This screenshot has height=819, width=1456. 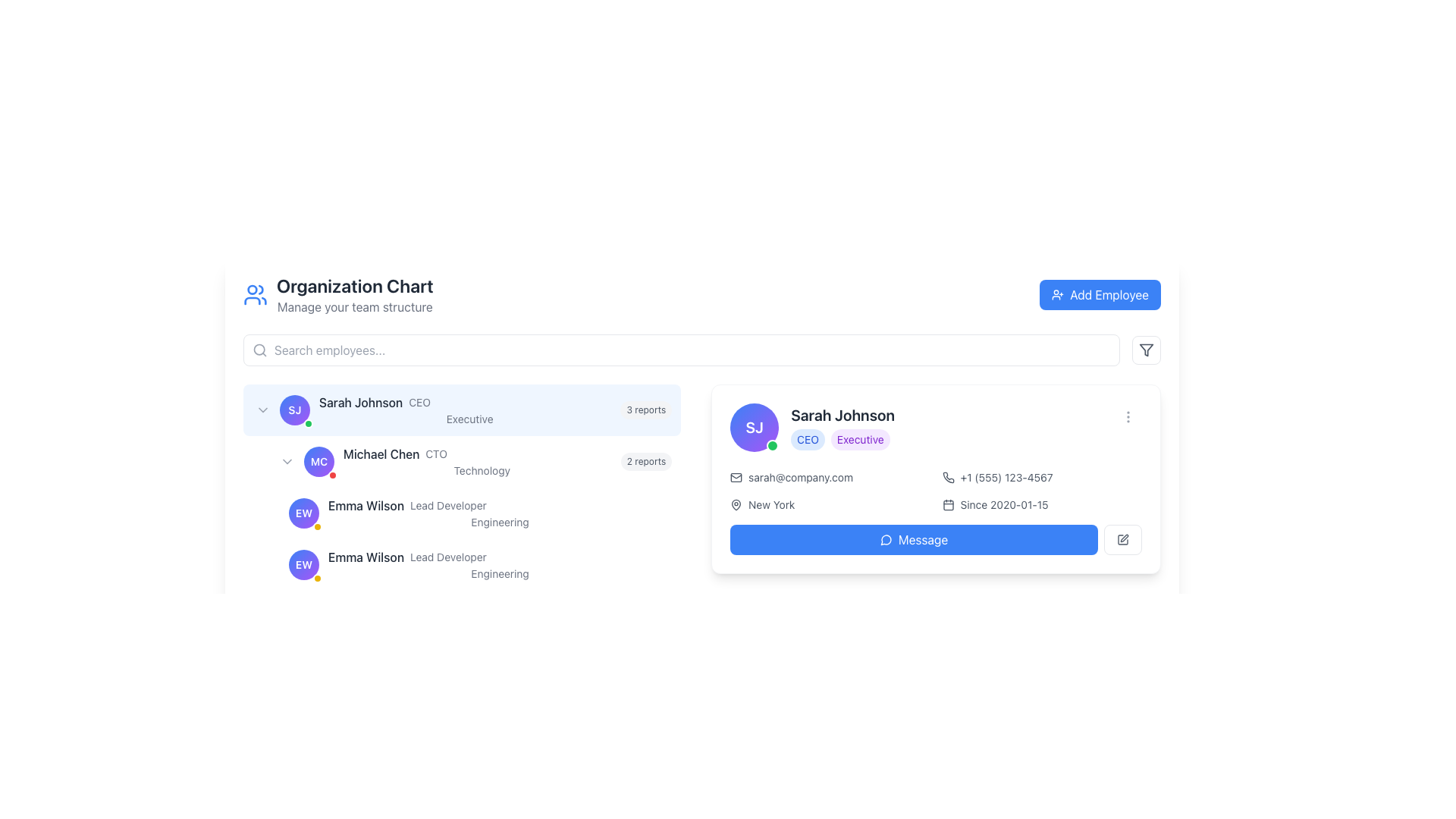 I want to click on the phone number text '+1 (555) 123-4567' located in the right section of the profile card, below the email field and above the 'Since' field, adjacent to a phone icon, so click(x=1041, y=476).